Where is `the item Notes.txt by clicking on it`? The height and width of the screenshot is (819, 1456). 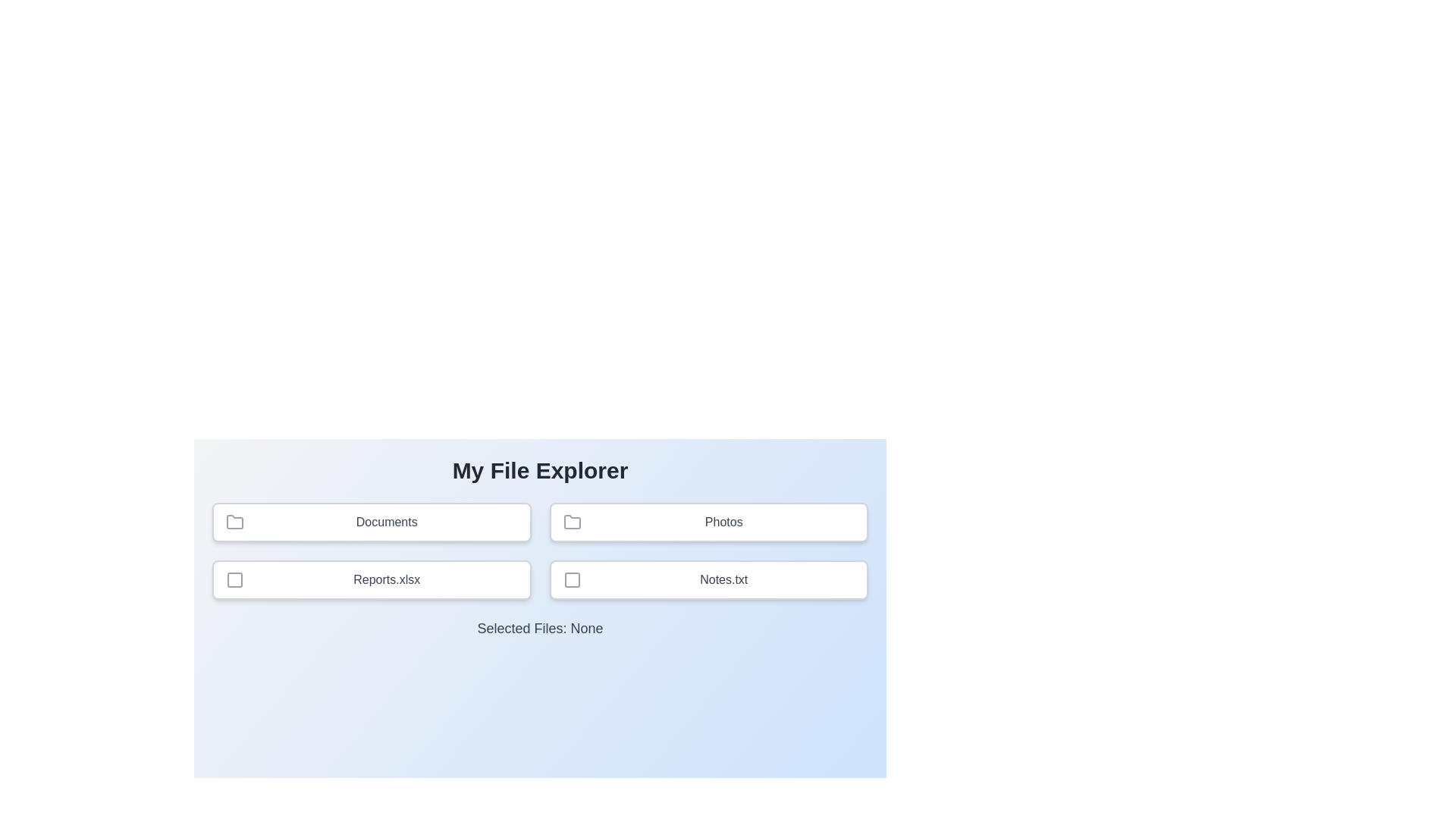
the item Notes.txt by clicking on it is located at coordinates (708, 579).